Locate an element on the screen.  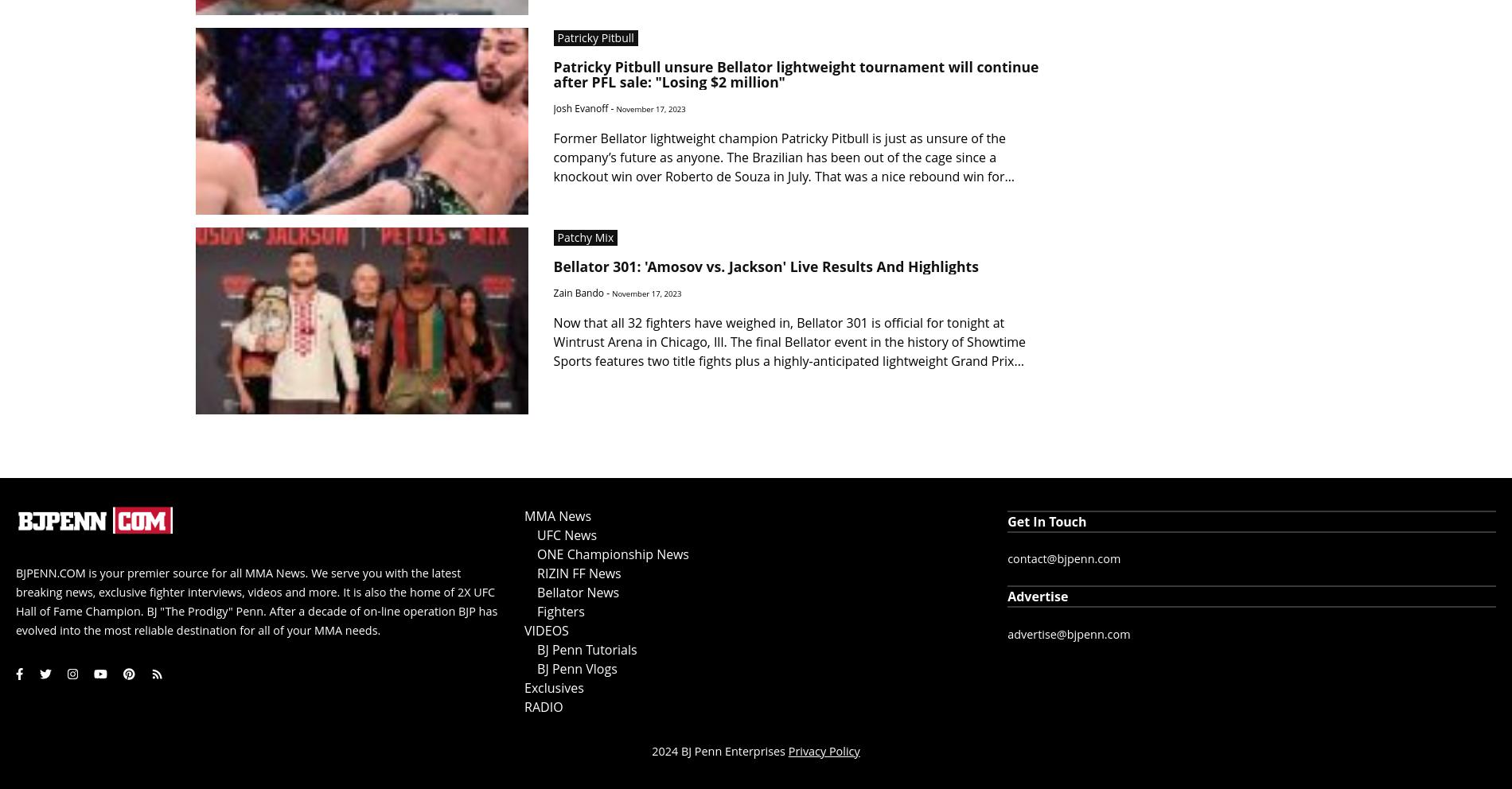
'BJ Penn Tutorials' is located at coordinates (586, 649).